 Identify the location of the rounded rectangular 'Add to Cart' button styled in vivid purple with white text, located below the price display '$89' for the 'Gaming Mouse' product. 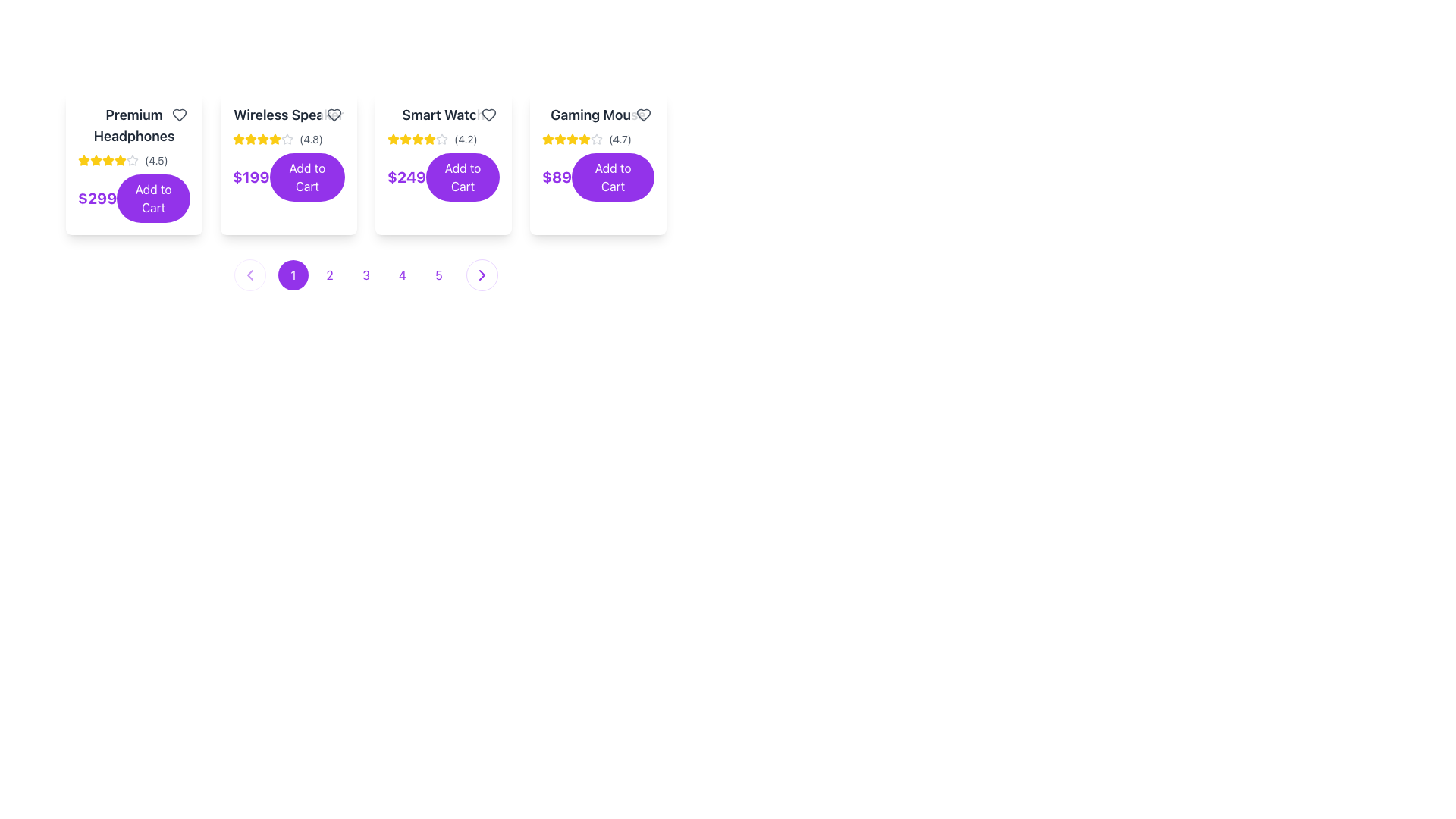
(613, 177).